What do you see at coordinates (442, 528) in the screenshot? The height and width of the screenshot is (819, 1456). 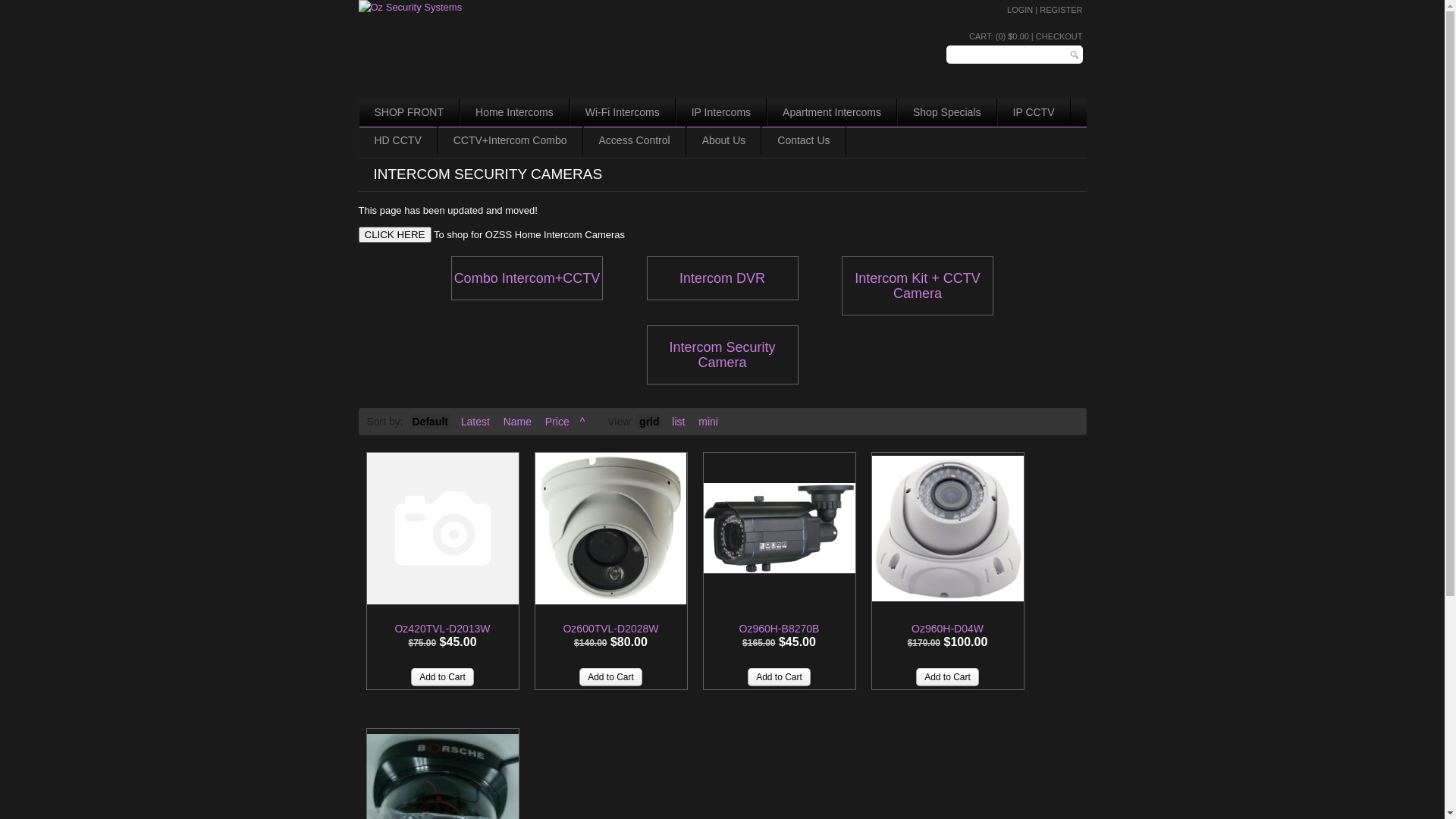 I see `'Oz420TVL-D2013W'` at bounding box center [442, 528].